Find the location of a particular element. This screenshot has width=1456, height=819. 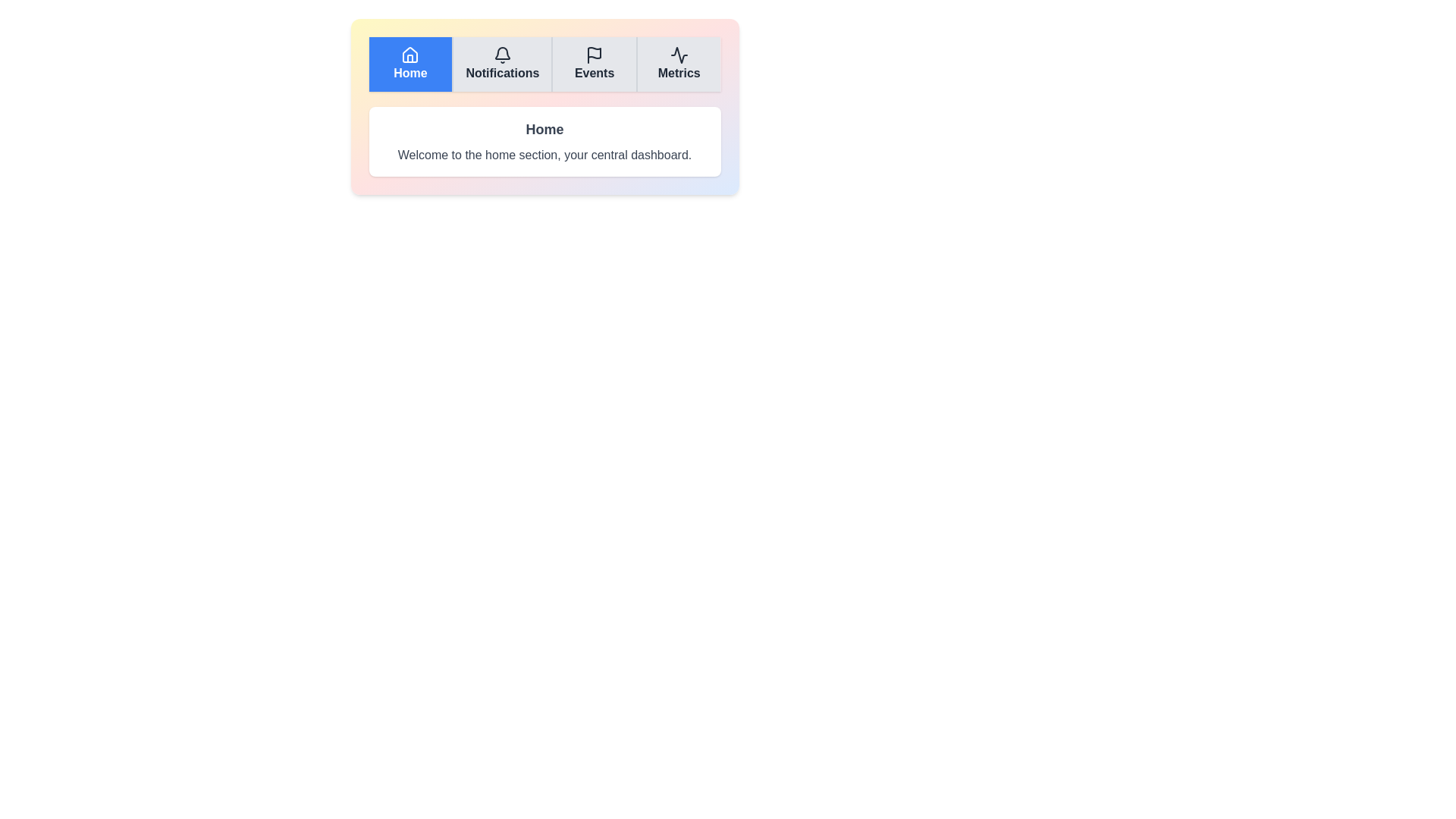

the Home tab is located at coordinates (410, 63).